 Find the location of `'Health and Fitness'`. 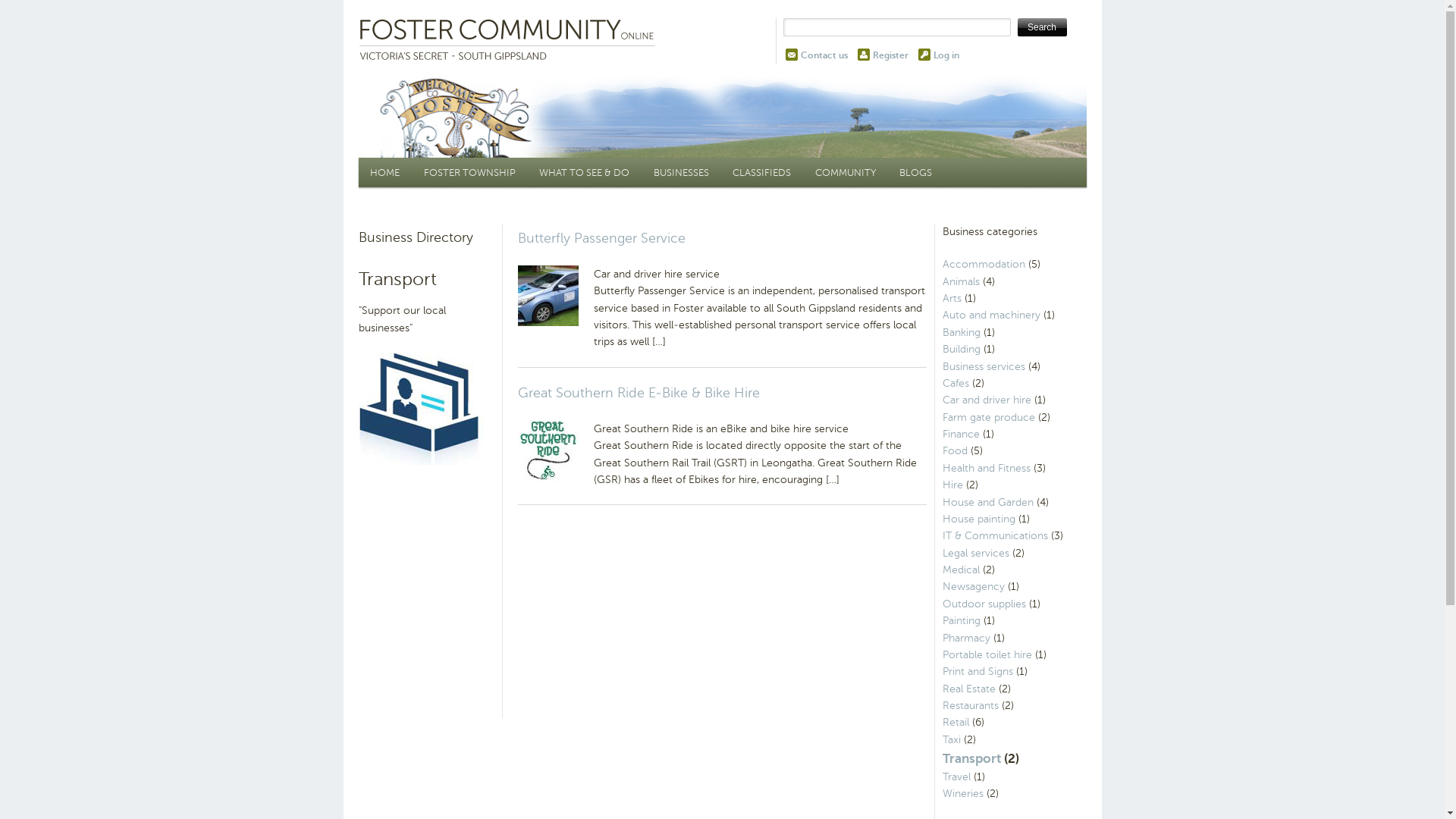

'Health and Fitness' is located at coordinates (986, 467).